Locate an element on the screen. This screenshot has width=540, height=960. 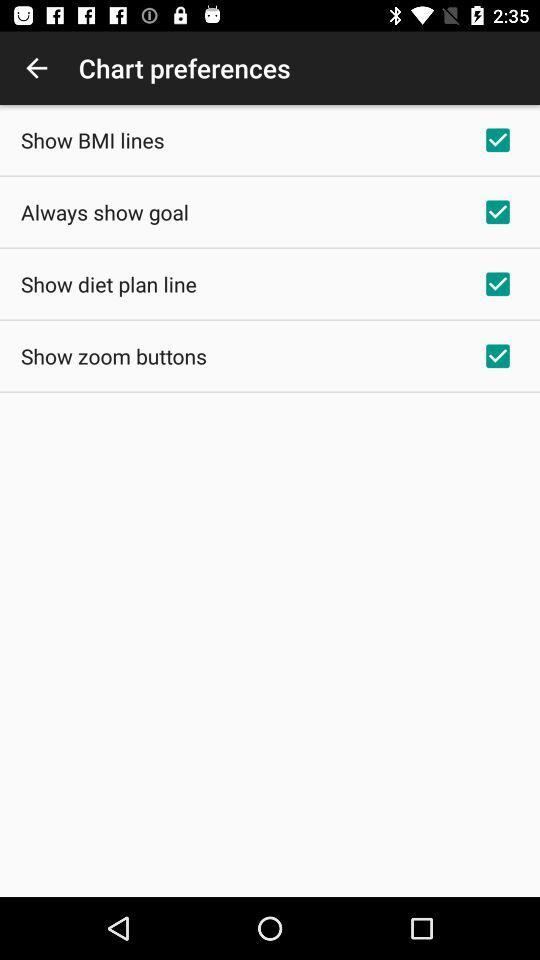
show zoom buttons icon is located at coordinates (113, 356).